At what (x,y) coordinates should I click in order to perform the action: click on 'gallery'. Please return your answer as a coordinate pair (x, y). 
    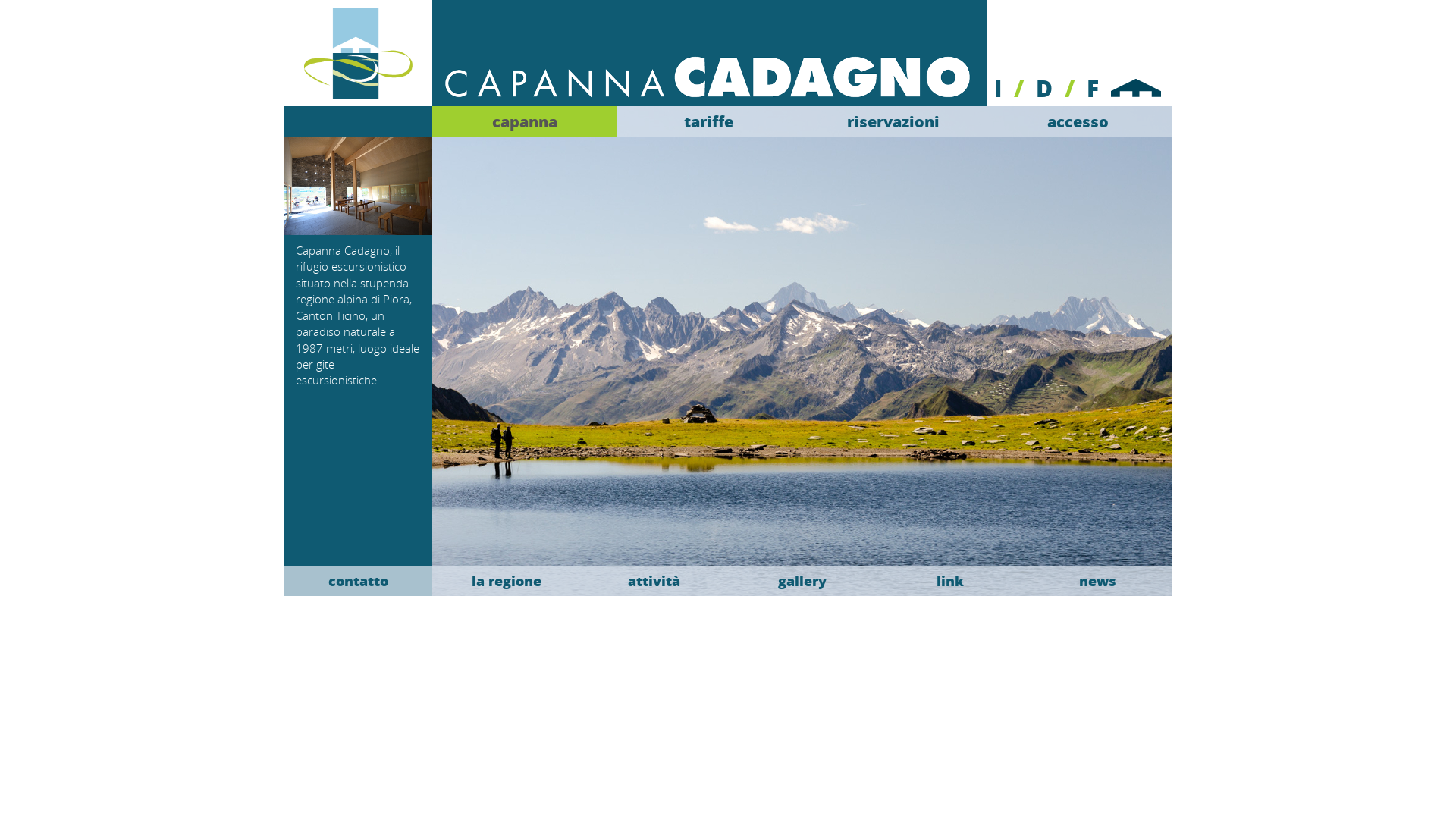
    Looking at the image, I should click on (801, 580).